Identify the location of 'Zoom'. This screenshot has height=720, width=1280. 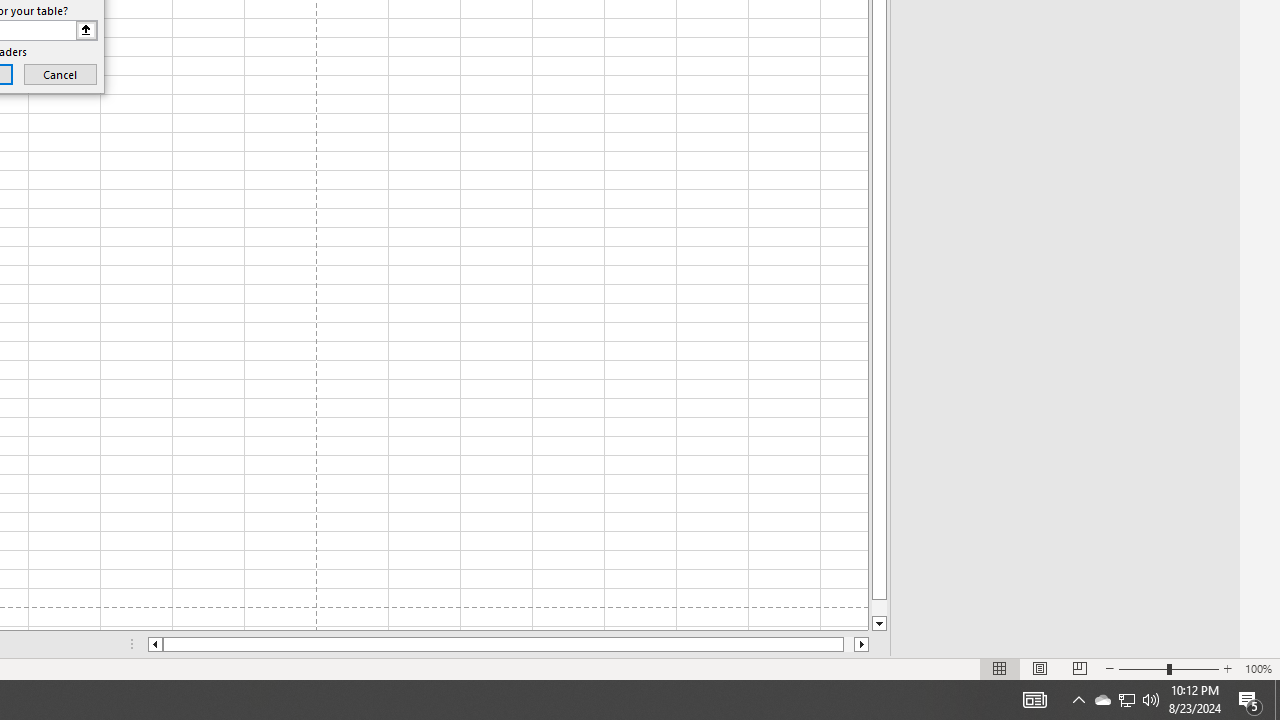
(1168, 669).